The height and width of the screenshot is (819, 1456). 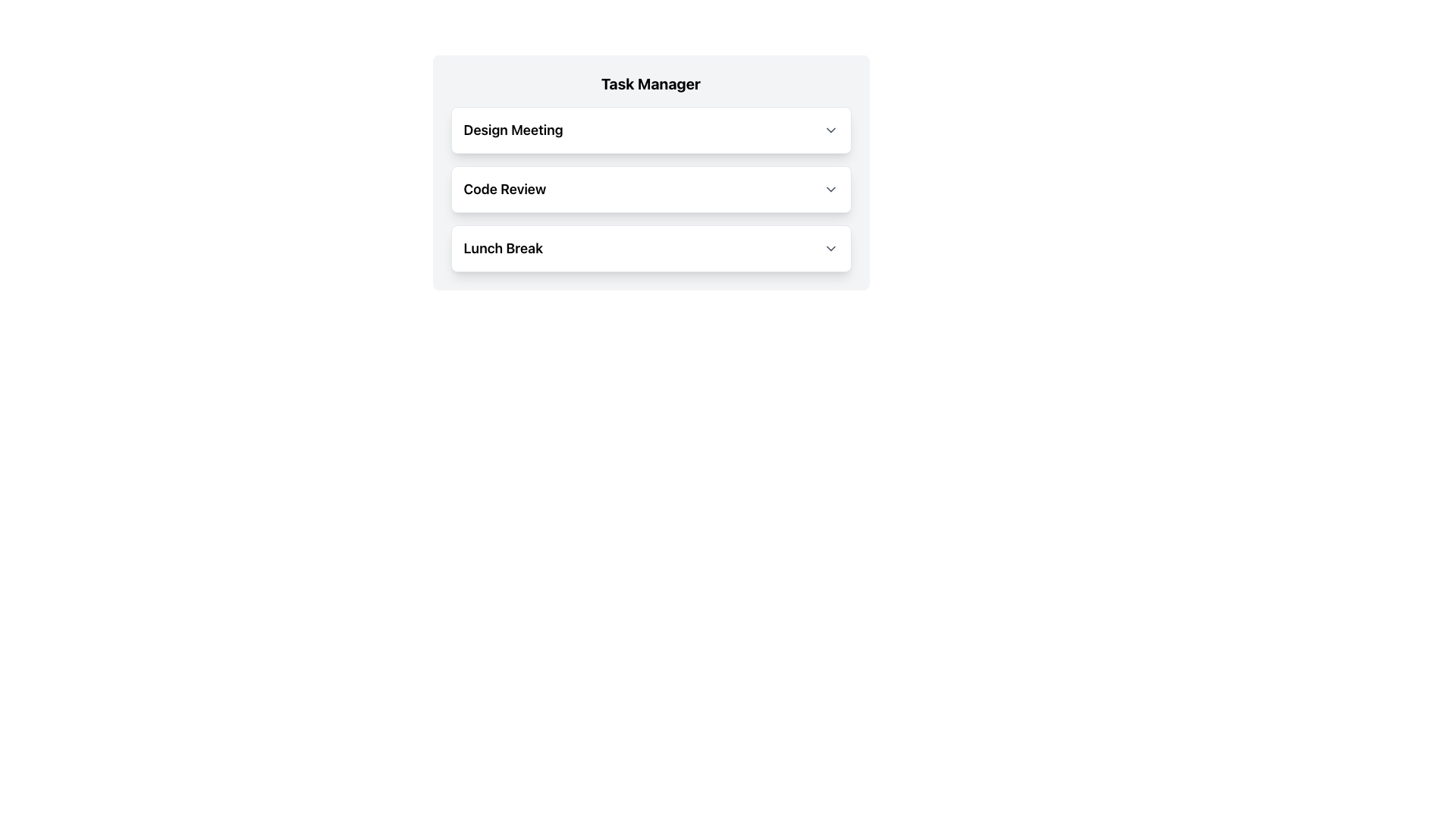 I want to click on the chevron-down icon on the right end of the 'Code Review' row in the 'Task Manager' section, so click(x=830, y=189).